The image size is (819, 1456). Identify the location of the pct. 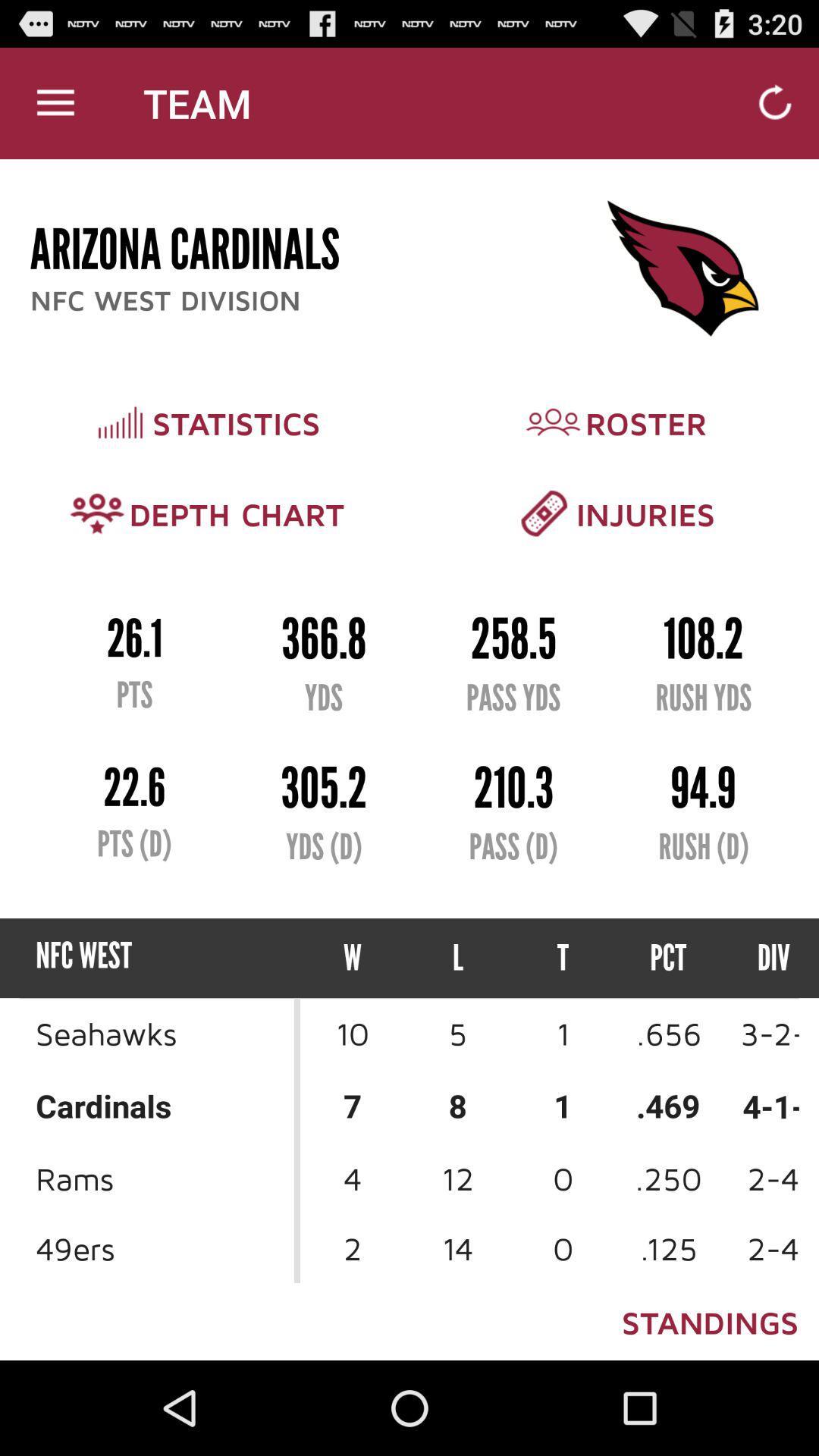
(667, 957).